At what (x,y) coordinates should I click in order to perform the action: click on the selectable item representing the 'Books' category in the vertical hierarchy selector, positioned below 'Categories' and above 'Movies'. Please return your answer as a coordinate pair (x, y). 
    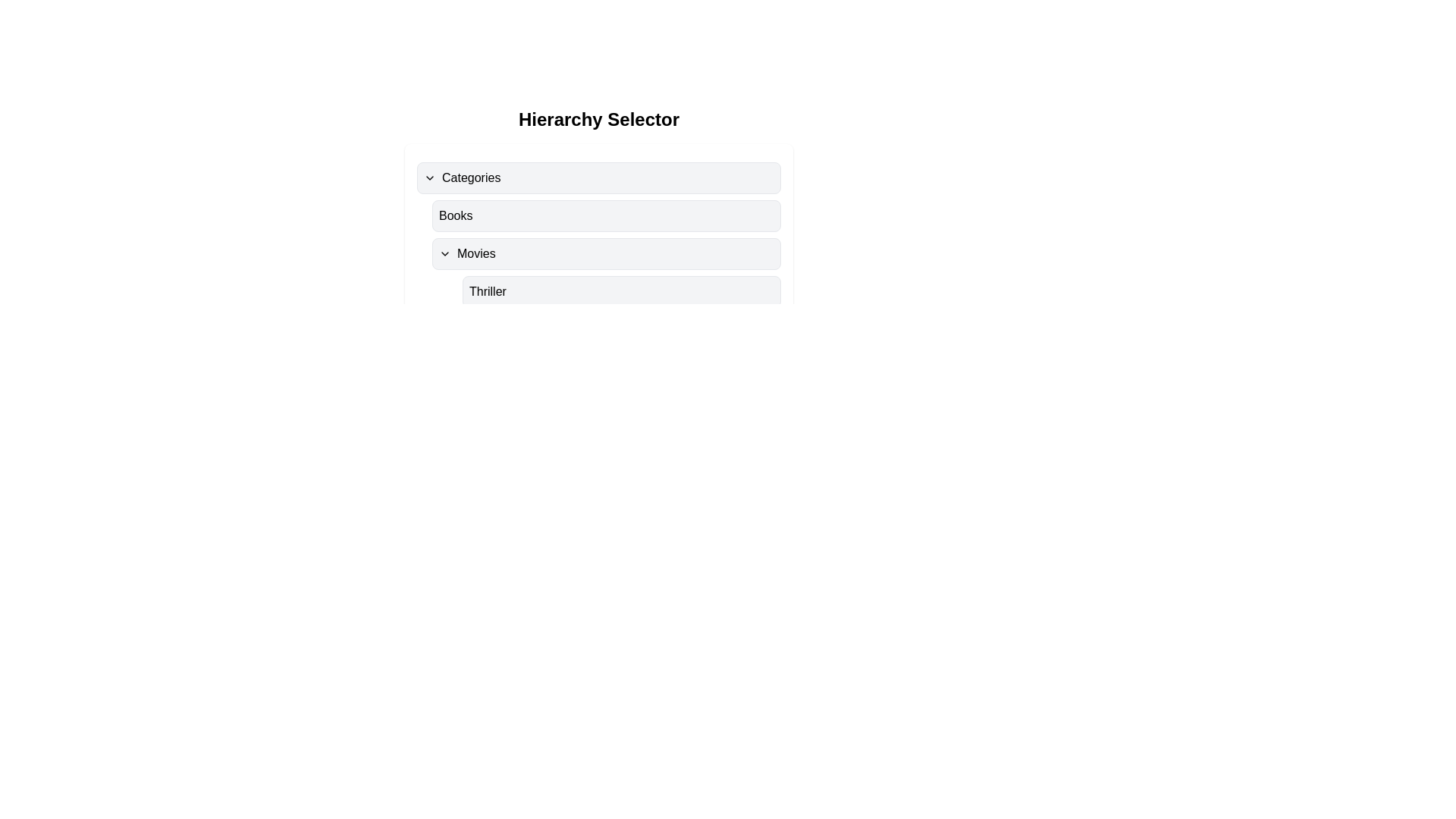
    Looking at the image, I should click on (607, 216).